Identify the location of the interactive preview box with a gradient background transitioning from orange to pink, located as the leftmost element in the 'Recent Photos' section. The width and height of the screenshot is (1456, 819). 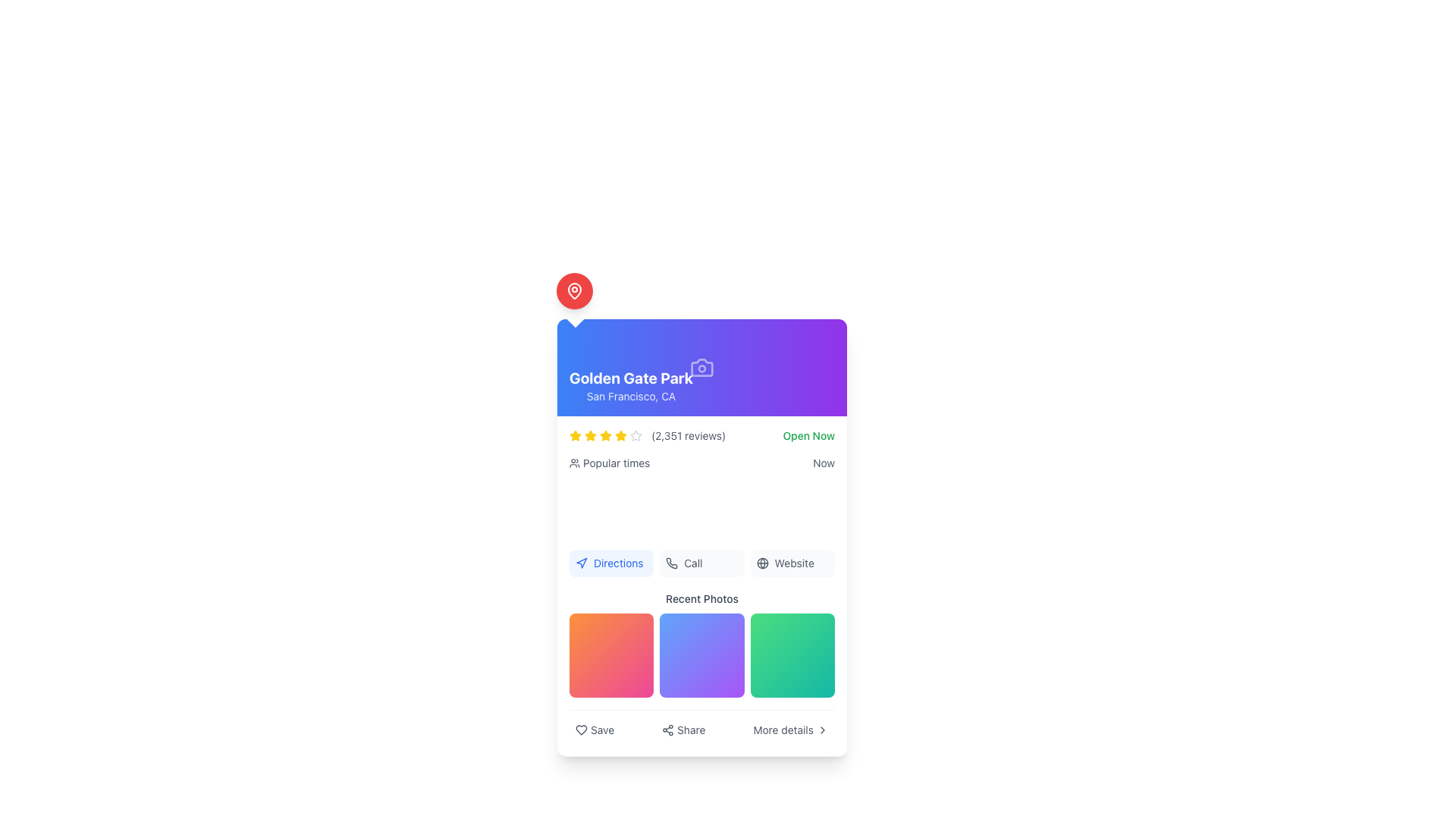
(611, 654).